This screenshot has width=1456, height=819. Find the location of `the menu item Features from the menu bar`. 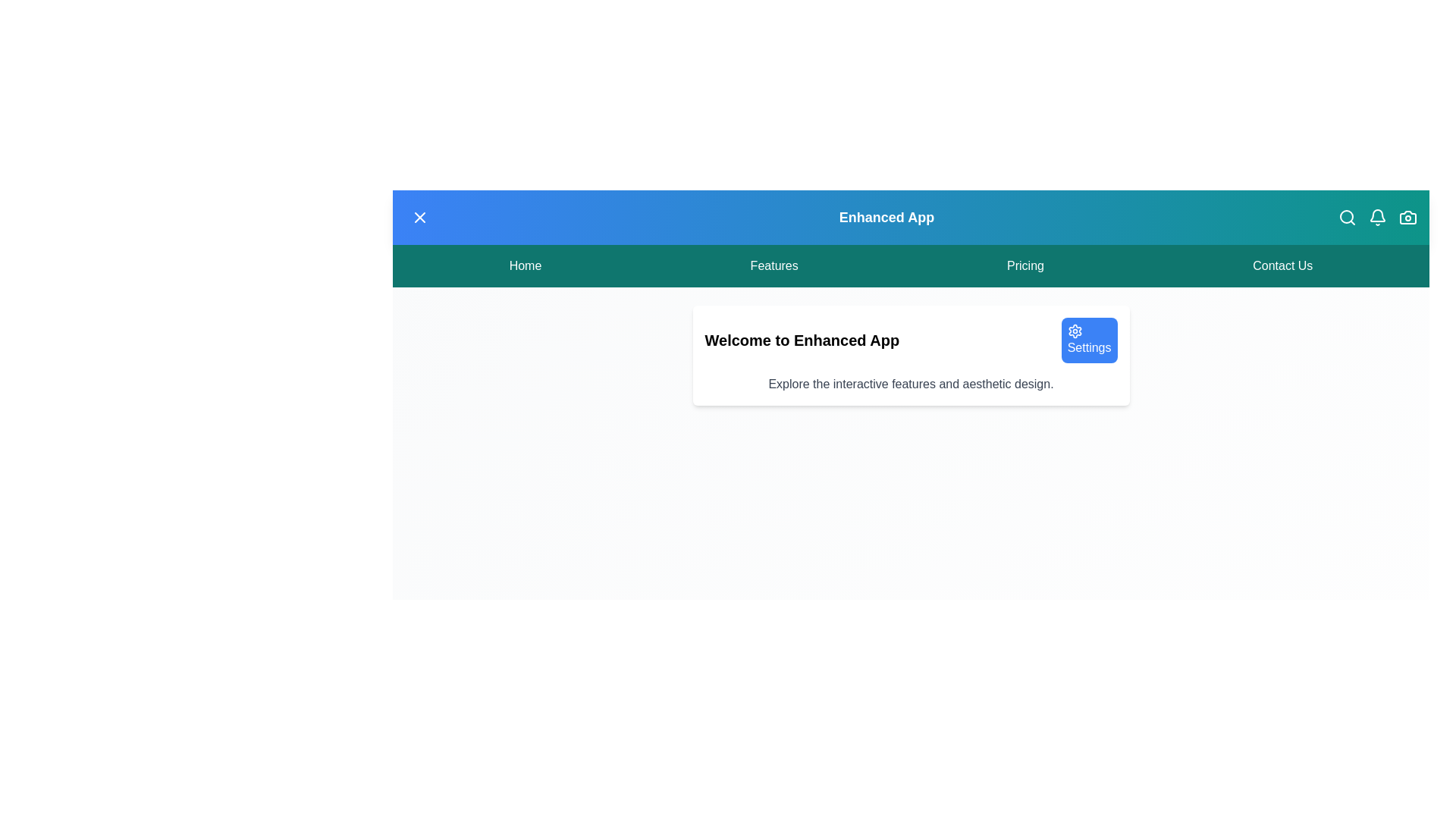

the menu item Features from the menu bar is located at coordinates (774, 265).